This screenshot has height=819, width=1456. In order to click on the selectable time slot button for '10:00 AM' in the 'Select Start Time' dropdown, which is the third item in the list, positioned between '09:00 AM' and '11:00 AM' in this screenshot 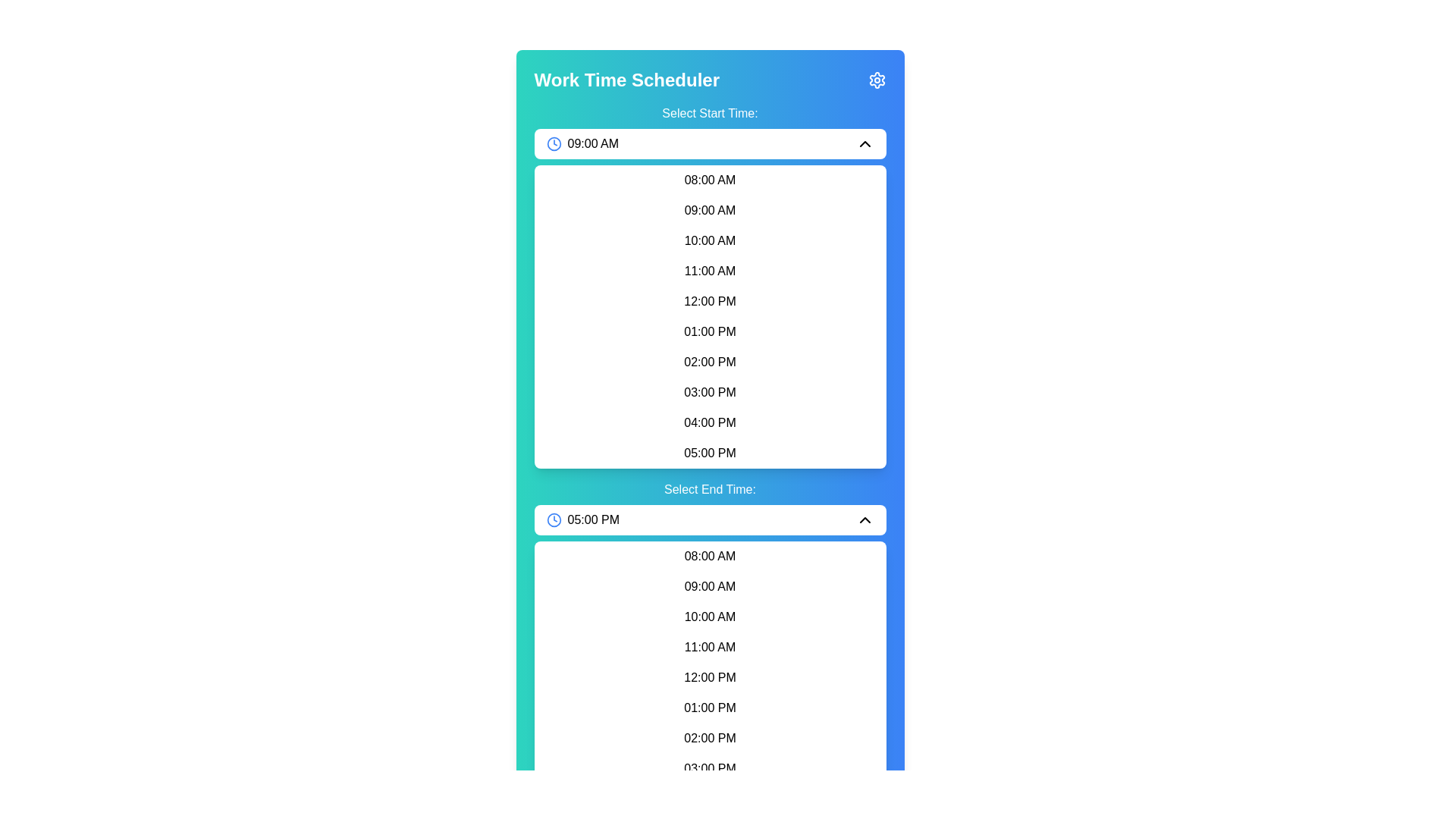, I will do `click(709, 240)`.